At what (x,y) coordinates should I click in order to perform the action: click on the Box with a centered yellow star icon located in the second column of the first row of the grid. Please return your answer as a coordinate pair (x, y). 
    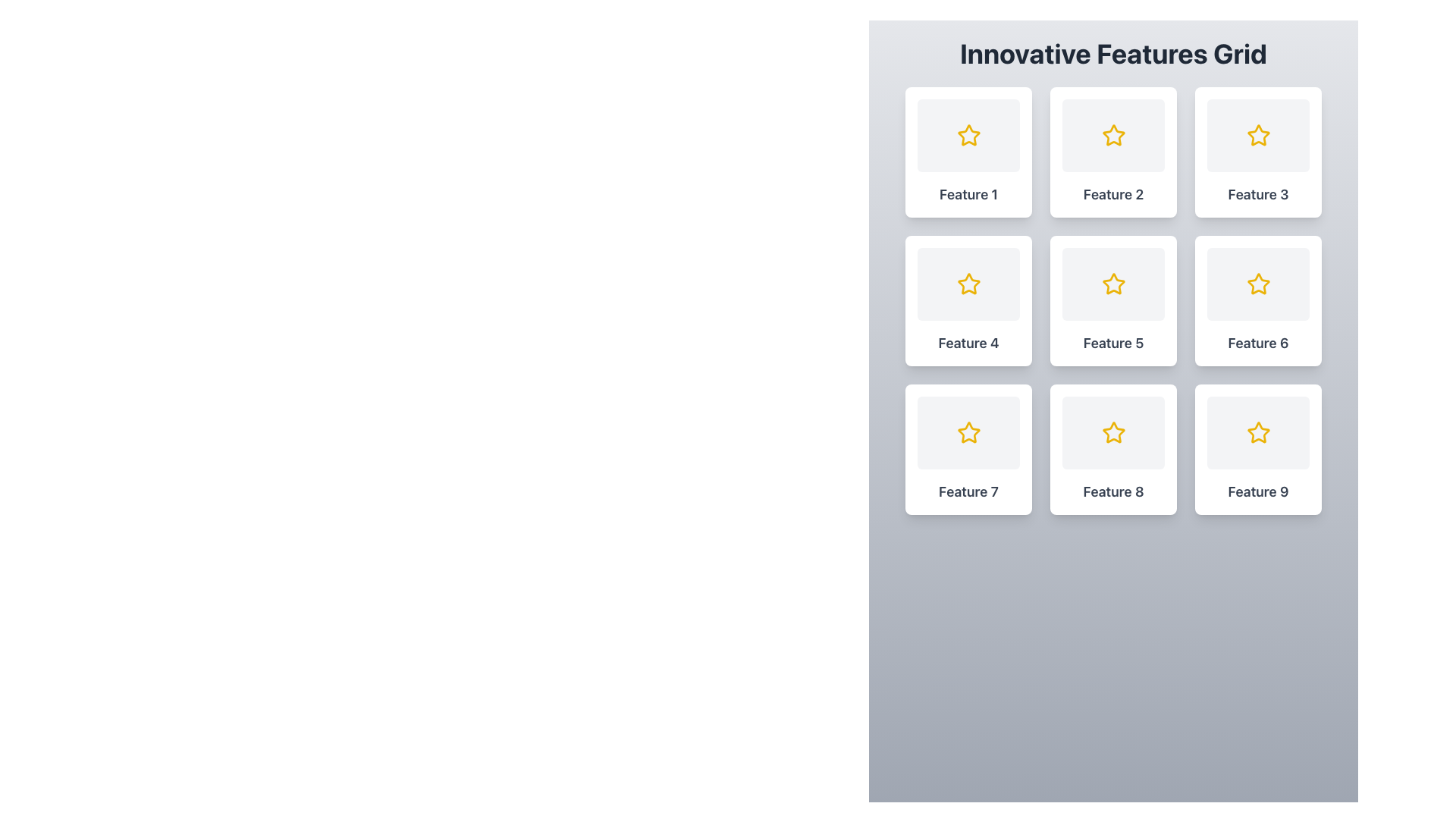
    Looking at the image, I should click on (1113, 134).